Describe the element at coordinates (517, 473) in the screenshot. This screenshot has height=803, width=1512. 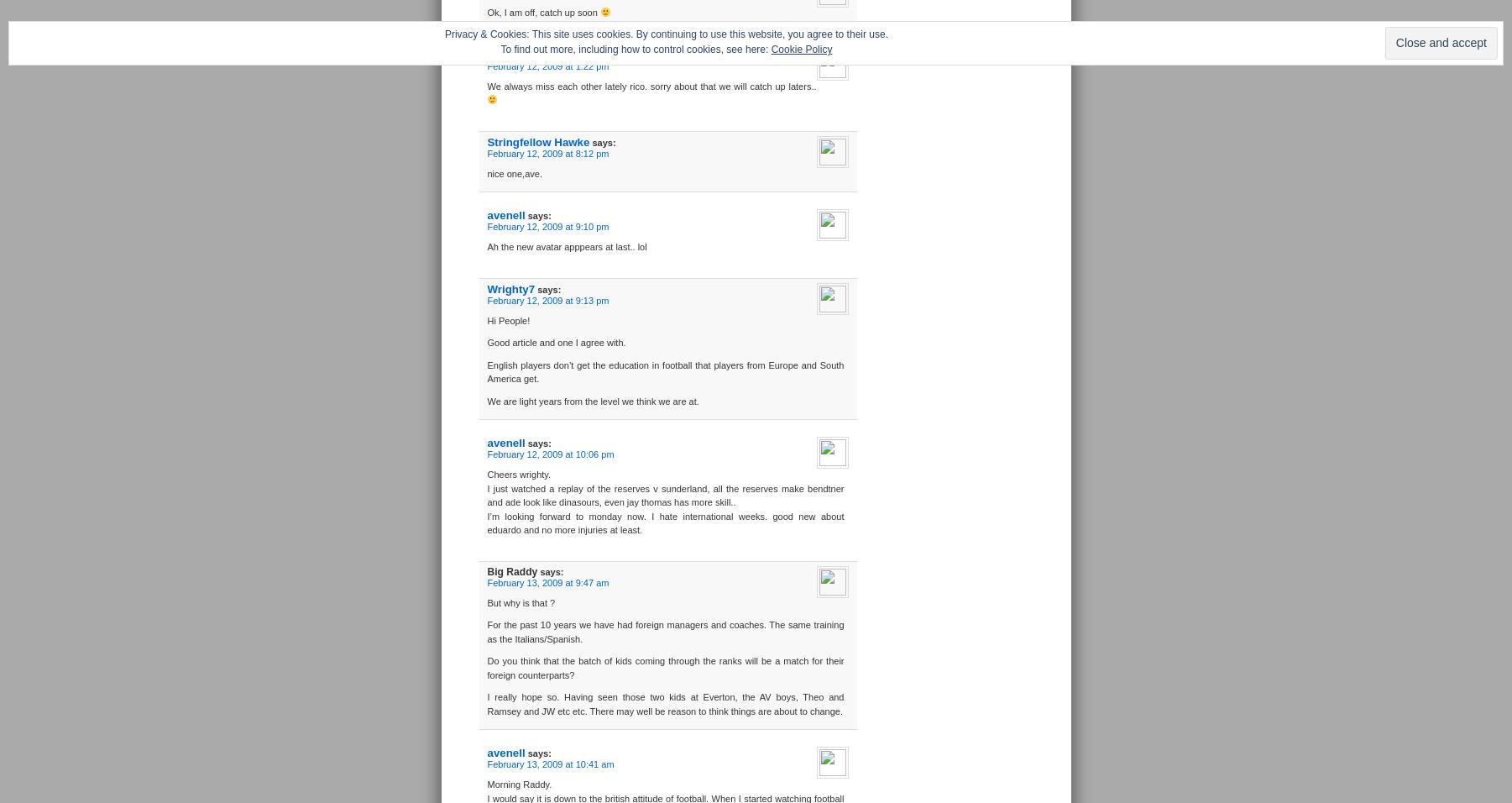
I see `'Cheers wrighty.'` at that location.